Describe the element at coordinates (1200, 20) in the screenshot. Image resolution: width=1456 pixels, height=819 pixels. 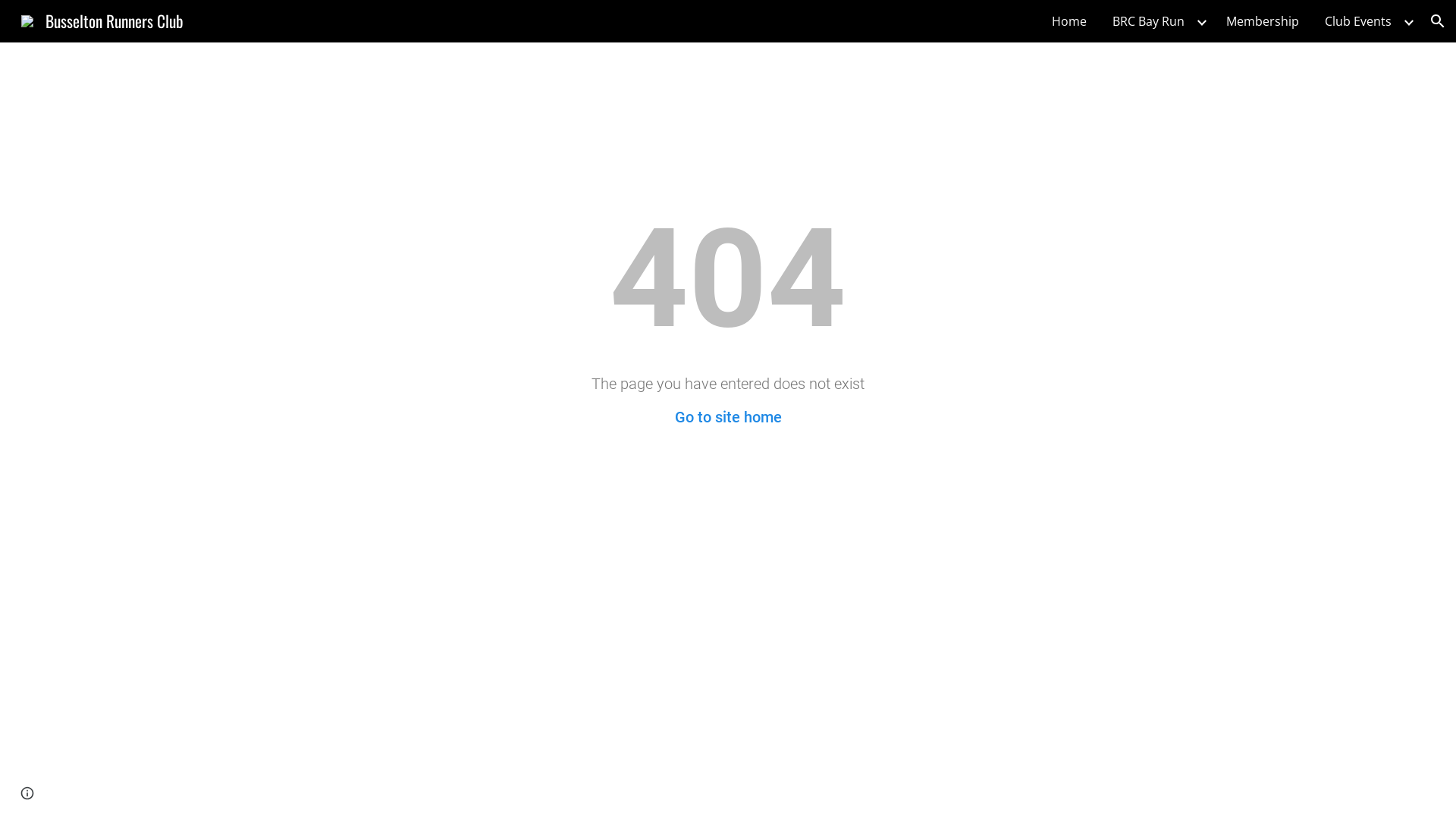
I see `'Expand/Collapse'` at that location.